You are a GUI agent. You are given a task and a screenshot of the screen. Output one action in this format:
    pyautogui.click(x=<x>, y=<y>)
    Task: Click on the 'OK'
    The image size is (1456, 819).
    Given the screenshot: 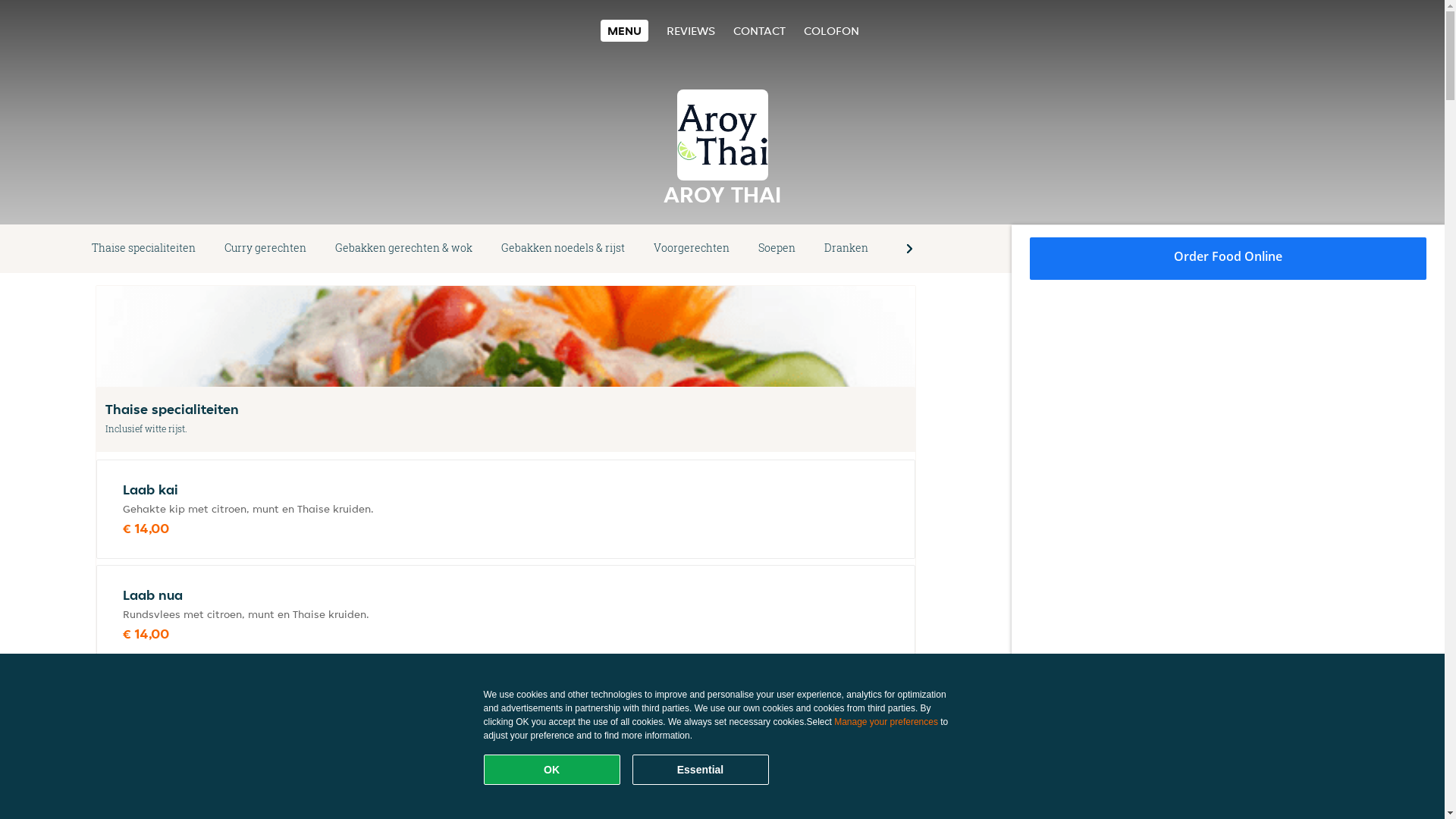 What is the action you would take?
    pyautogui.click(x=551, y=769)
    